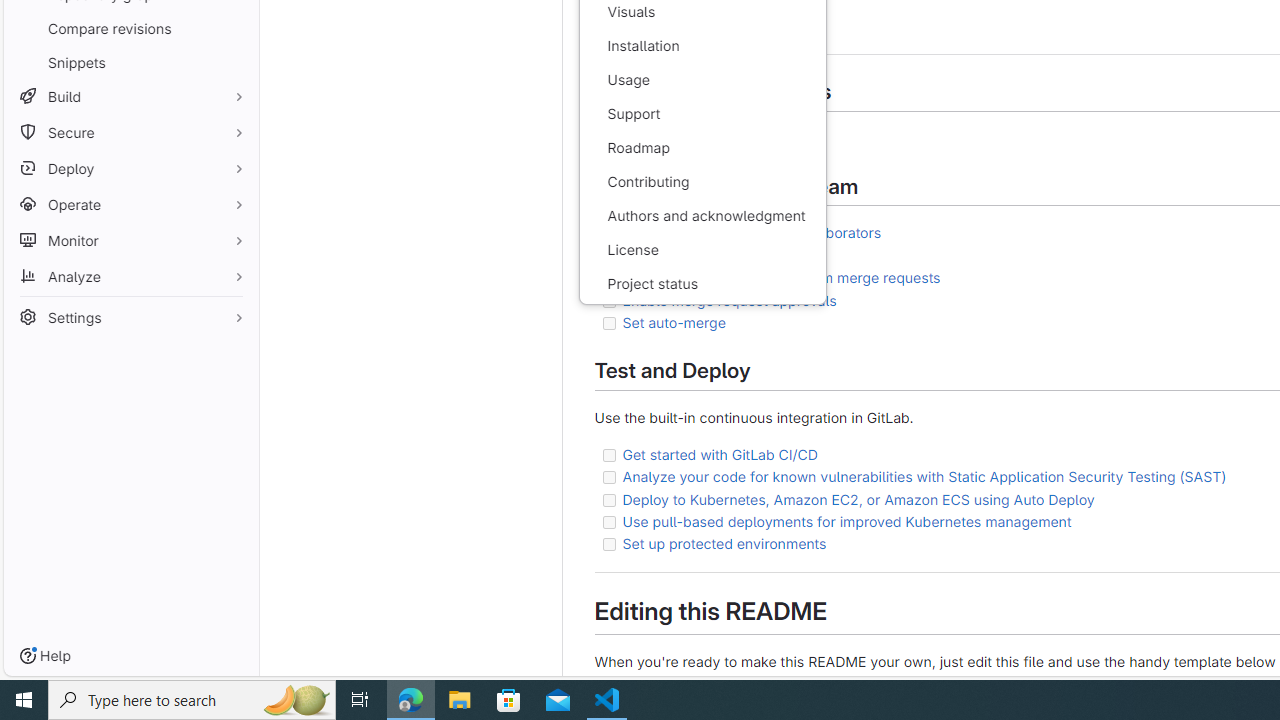 This screenshot has height=720, width=1280. I want to click on 'Secure', so click(130, 132).